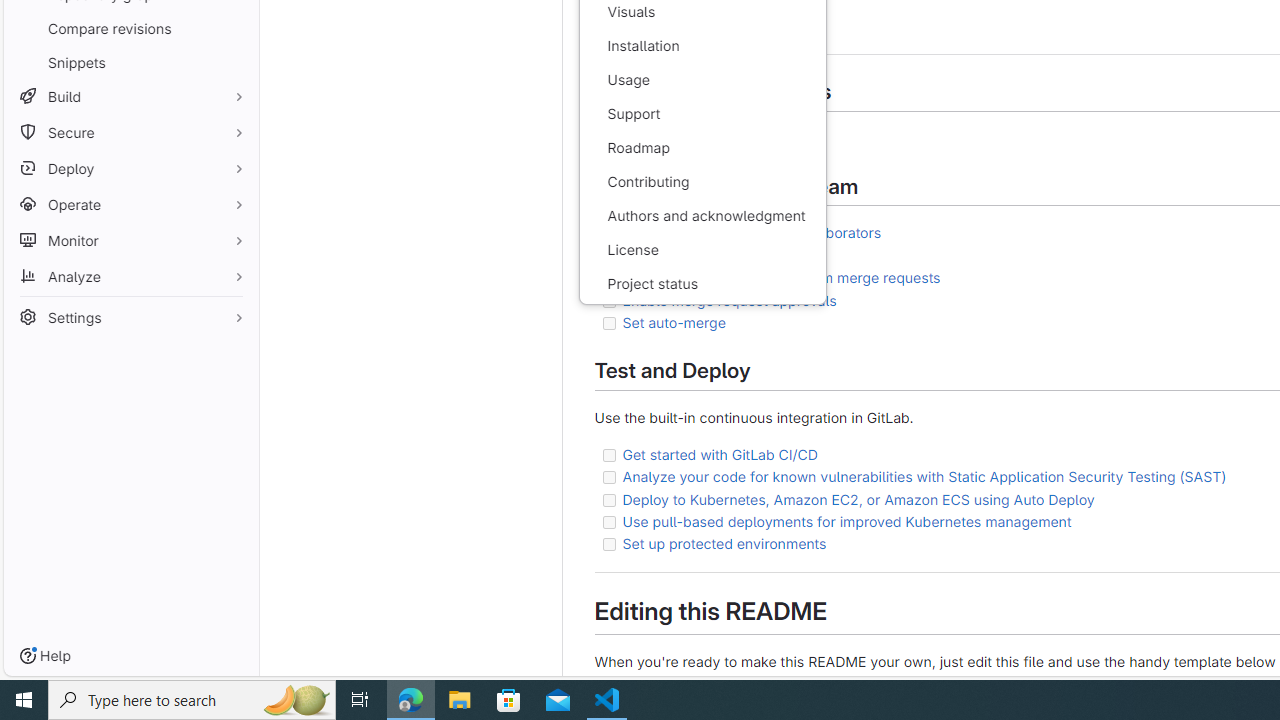 This screenshot has height=720, width=1280. I want to click on 'Secure', so click(130, 132).